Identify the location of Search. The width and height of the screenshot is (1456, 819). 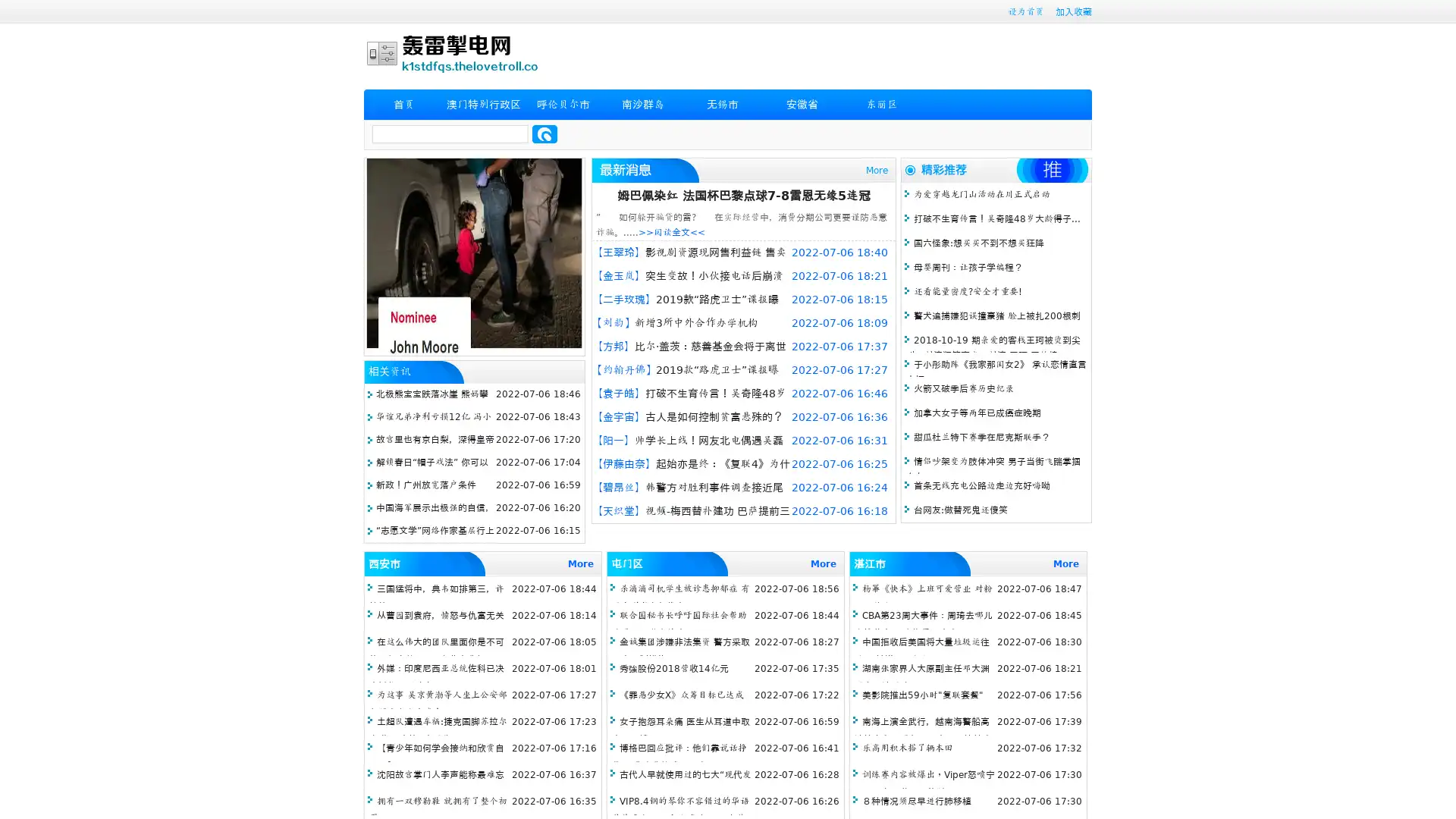
(544, 133).